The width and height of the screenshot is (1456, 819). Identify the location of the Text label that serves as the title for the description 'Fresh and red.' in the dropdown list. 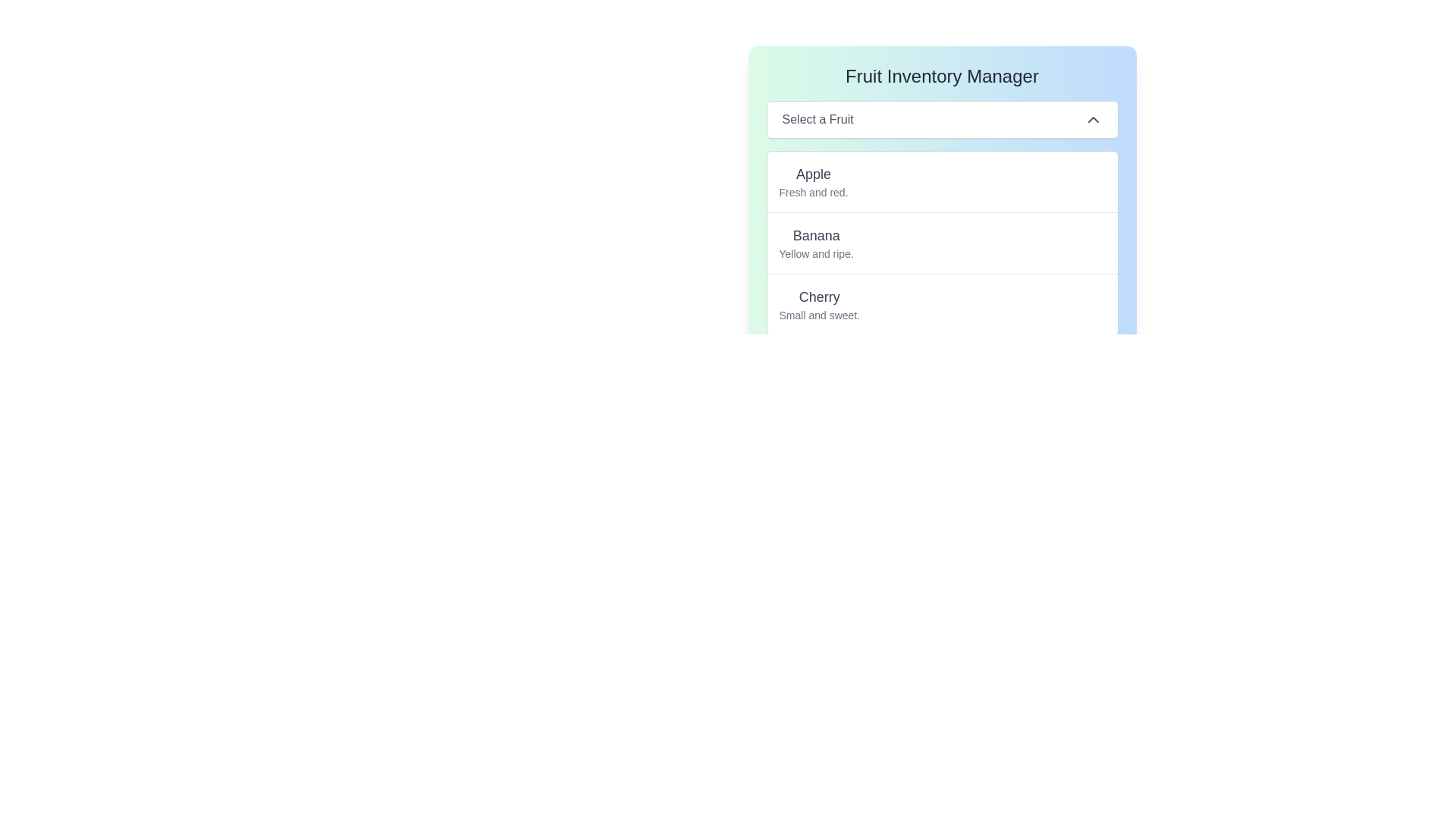
(813, 174).